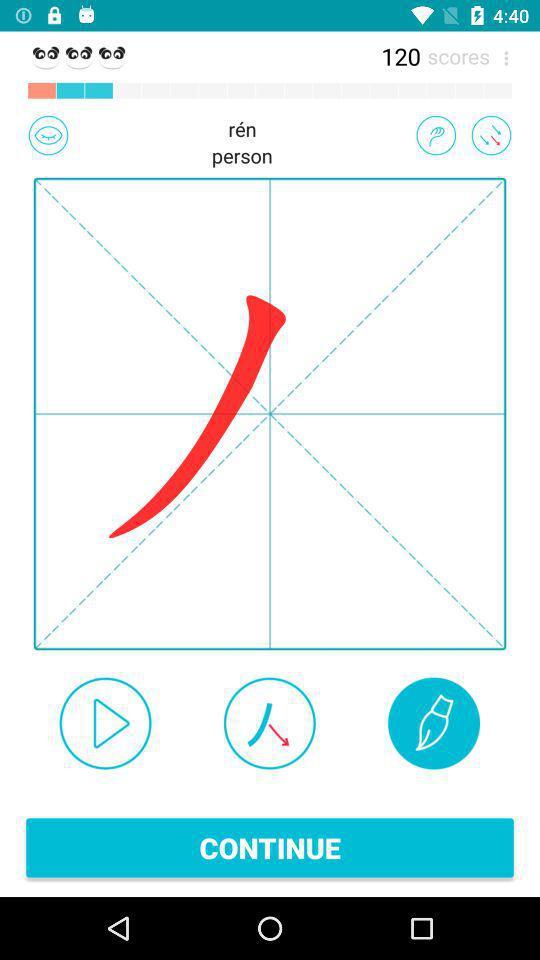 The width and height of the screenshot is (540, 960). I want to click on first option from right in the bottom second row, so click(432, 723).